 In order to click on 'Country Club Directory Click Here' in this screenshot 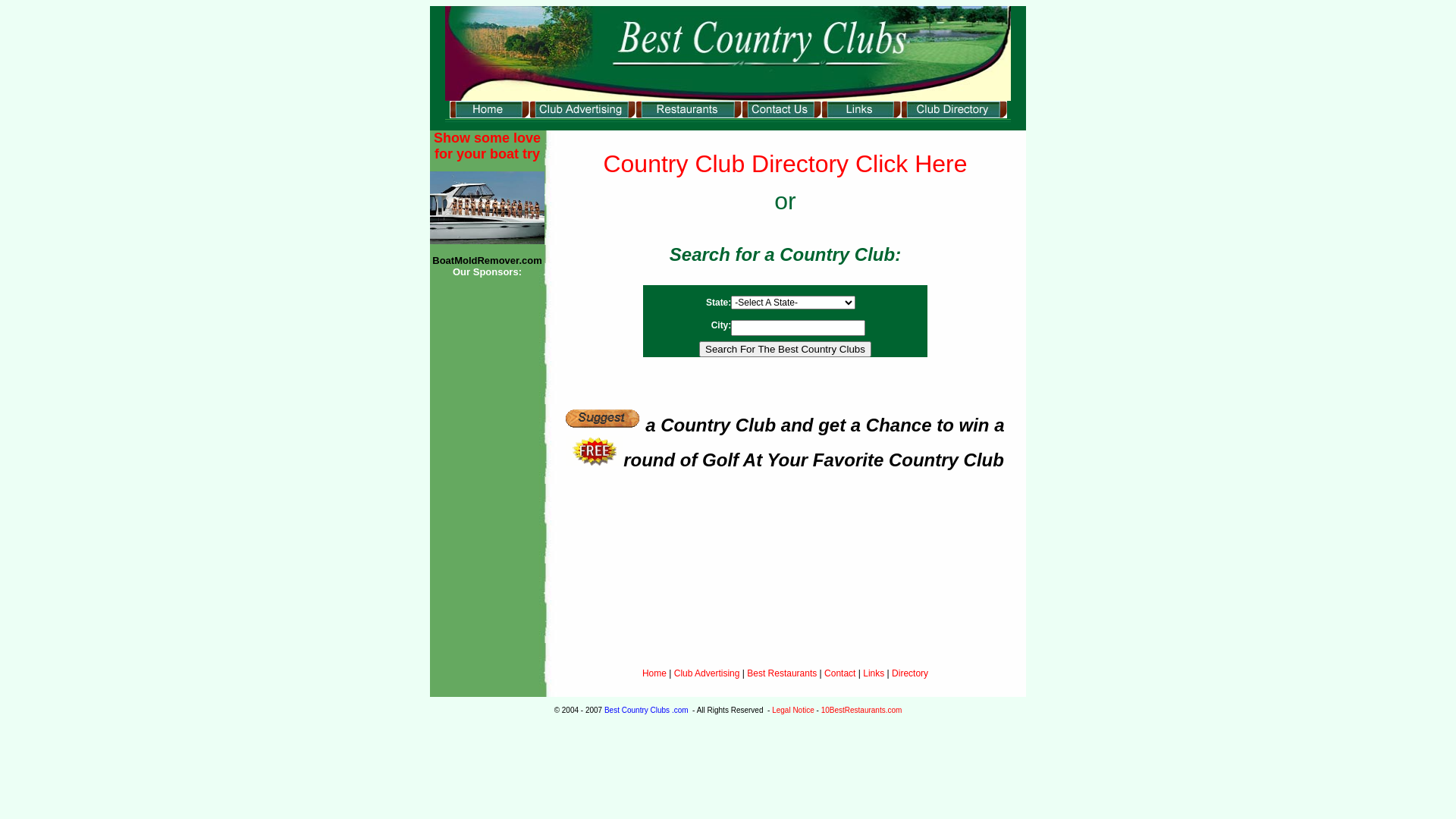, I will do `click(785, 164)`.